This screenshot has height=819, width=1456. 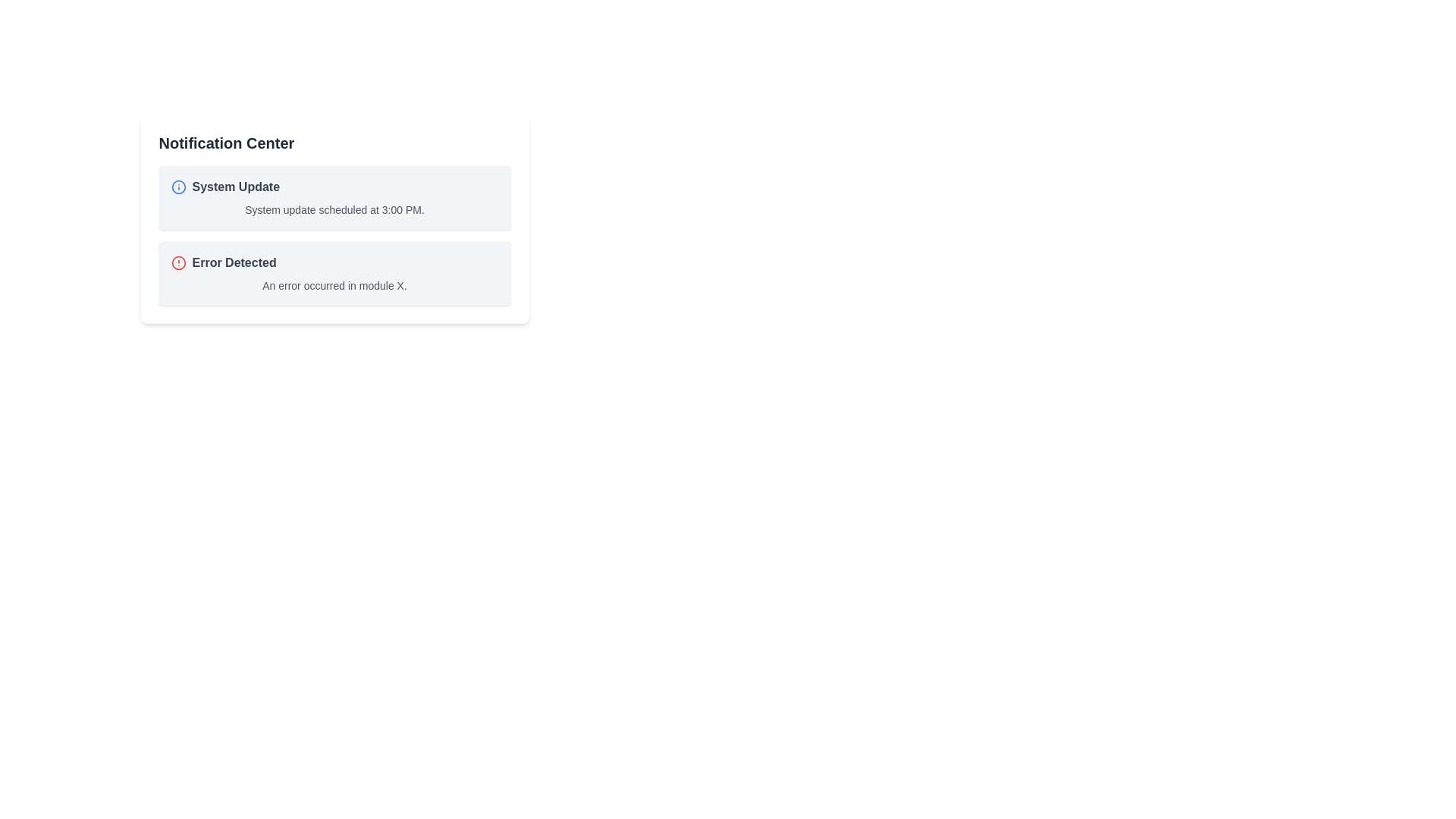 What do you see at coordinates (178, 186) in the screenshot?
I see `the circular graphic element with a blue border that is part of the 'System Update' notification icon in the Notification Center` at bounding box center [178, 186].